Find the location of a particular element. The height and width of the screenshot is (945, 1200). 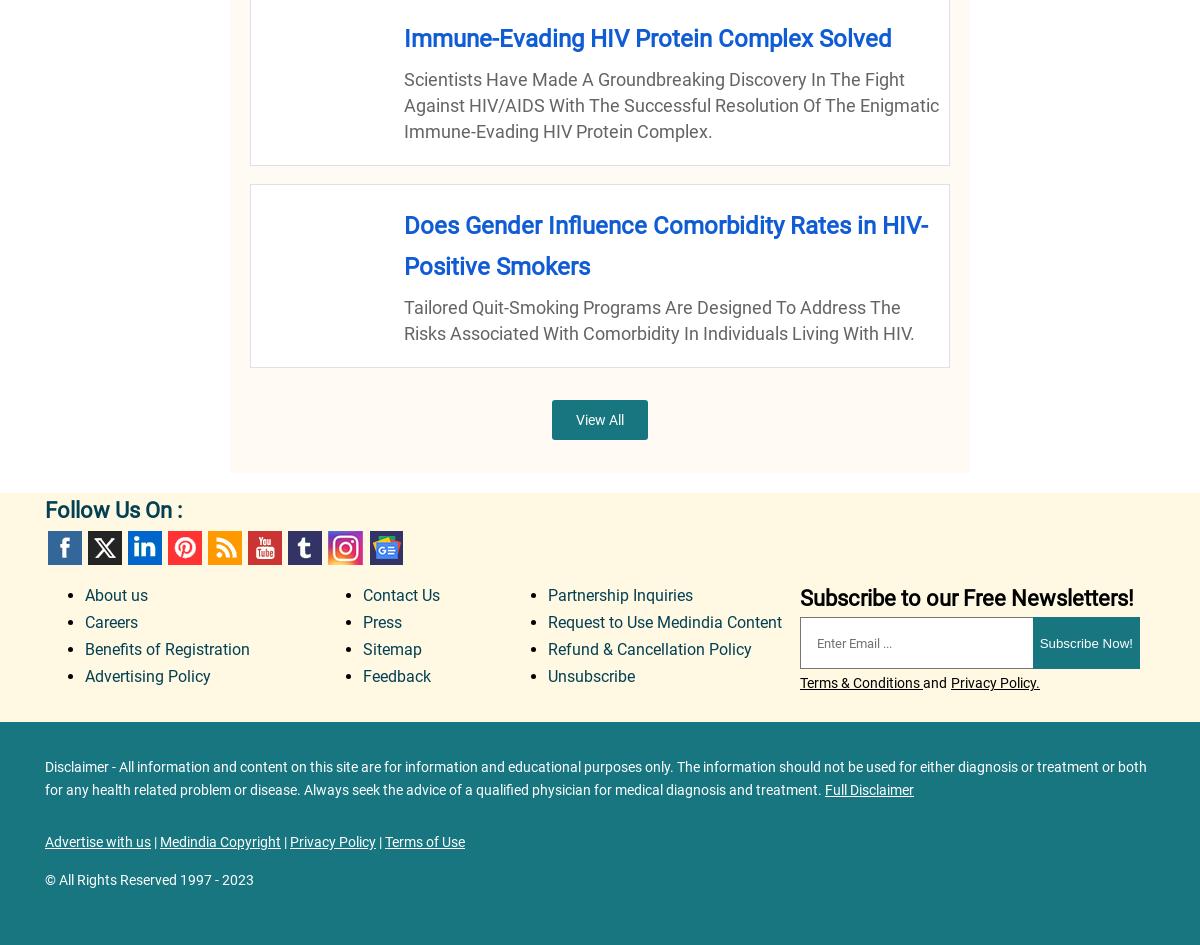

'Tailored quit-smoking programs are designed to address the risks associated with comorbidity in individuals living with HIV.' is located at coordinates (659, 320).